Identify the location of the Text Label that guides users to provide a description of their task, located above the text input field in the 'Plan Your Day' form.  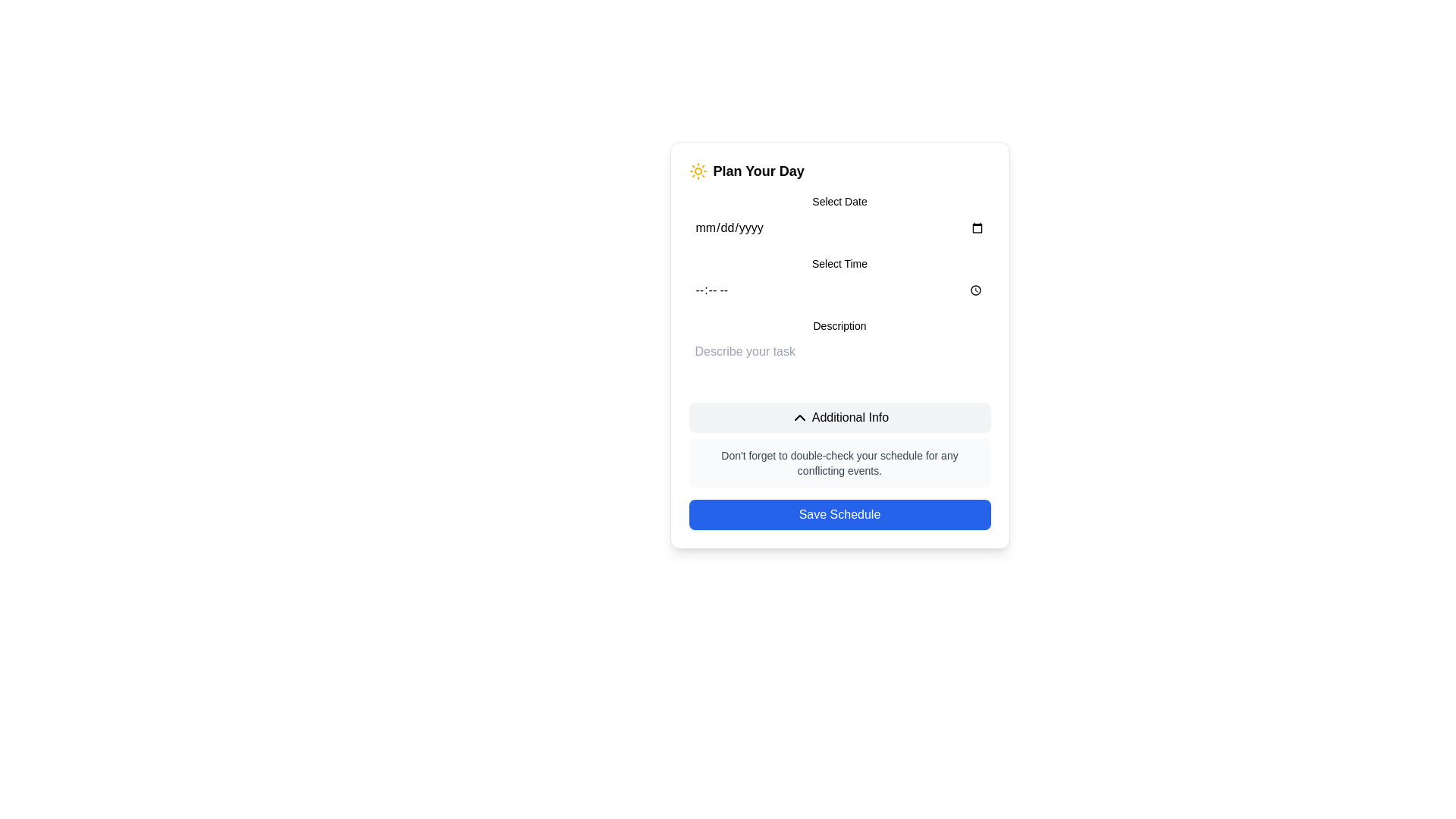
(839, 325).